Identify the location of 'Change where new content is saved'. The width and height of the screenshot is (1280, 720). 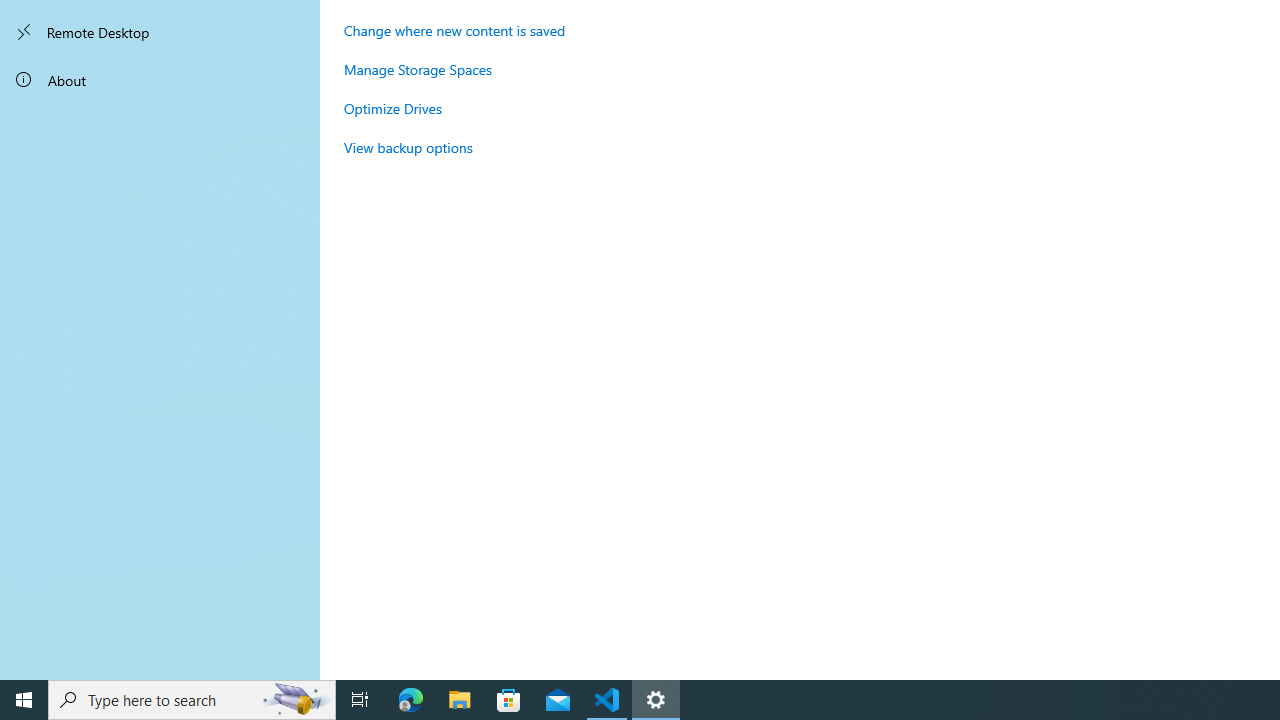
(454, 30).